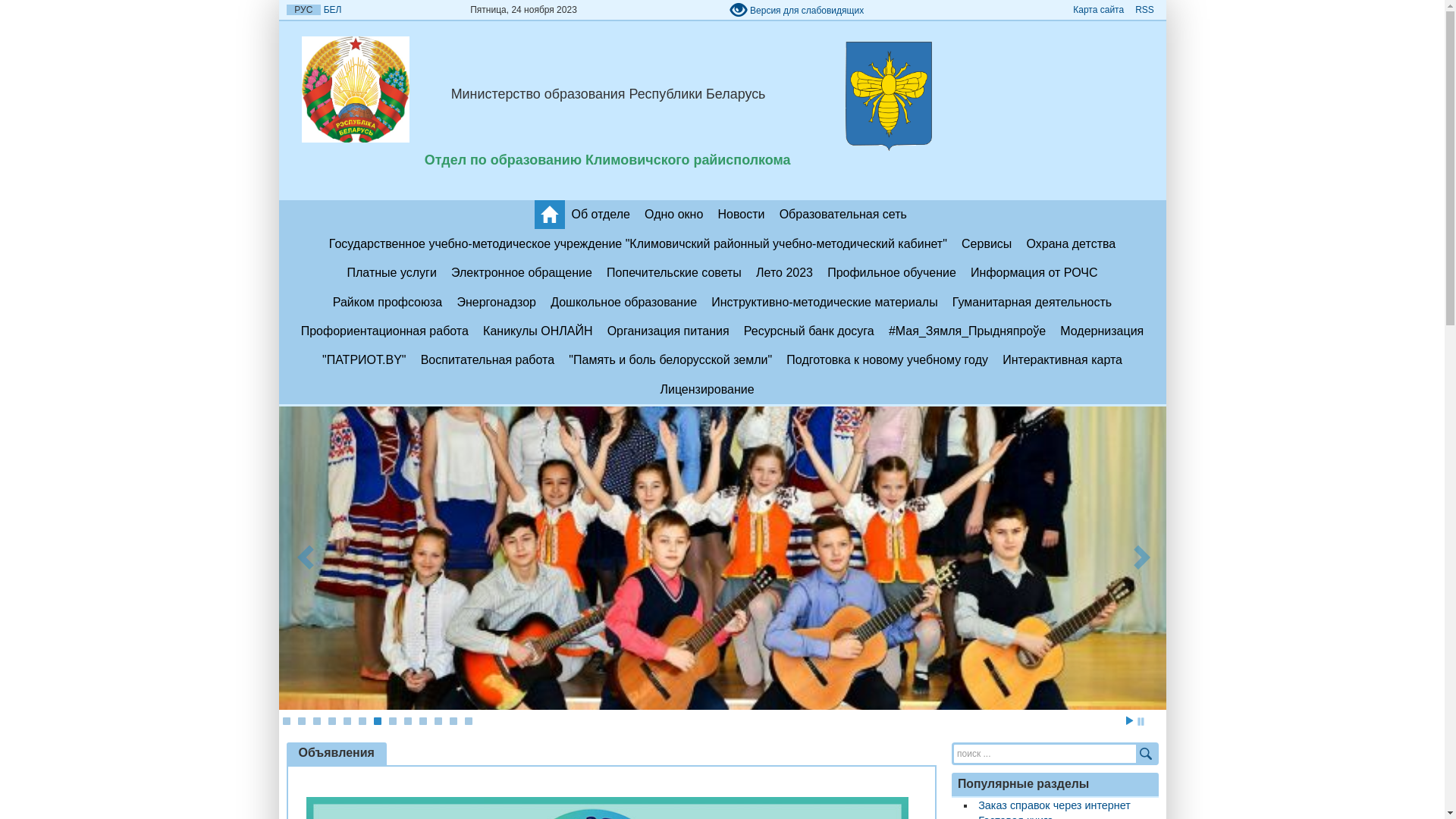 This screenshot has height=819, width=1456. Describe the element at coordinates (377, 720) in the screenshot. I see `'7'` at that location.